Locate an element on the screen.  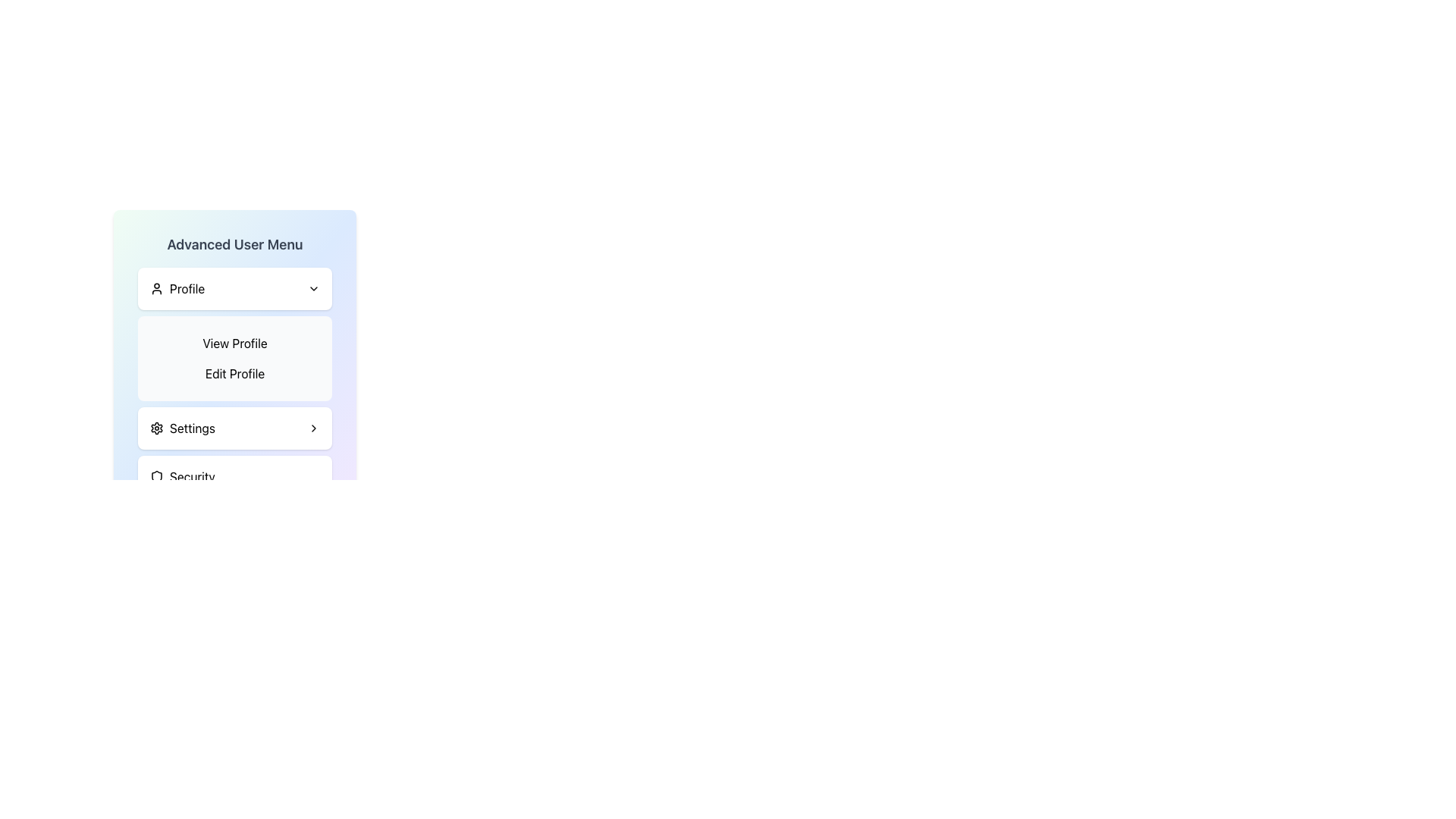
the gear icon, which is a minimalistic black cog shape located to the left of the 'Settings' text label in the menu interface is located at coordinates (156, 428).